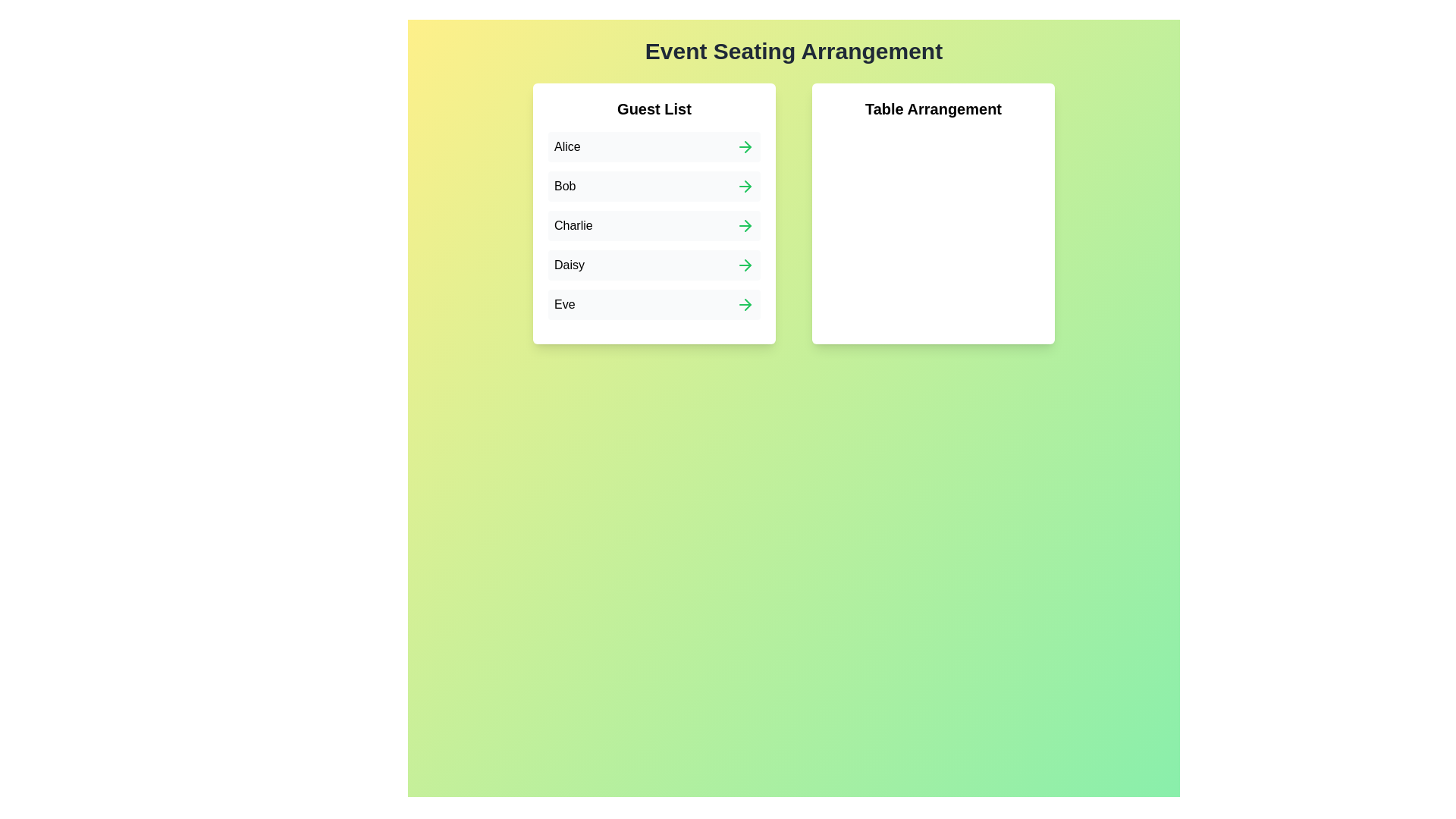 This screenshot has height=819, width=1456. I want to click on the arrow next to Bob in the Guest List to add them to the Table Arrangement, so click(745, 186).